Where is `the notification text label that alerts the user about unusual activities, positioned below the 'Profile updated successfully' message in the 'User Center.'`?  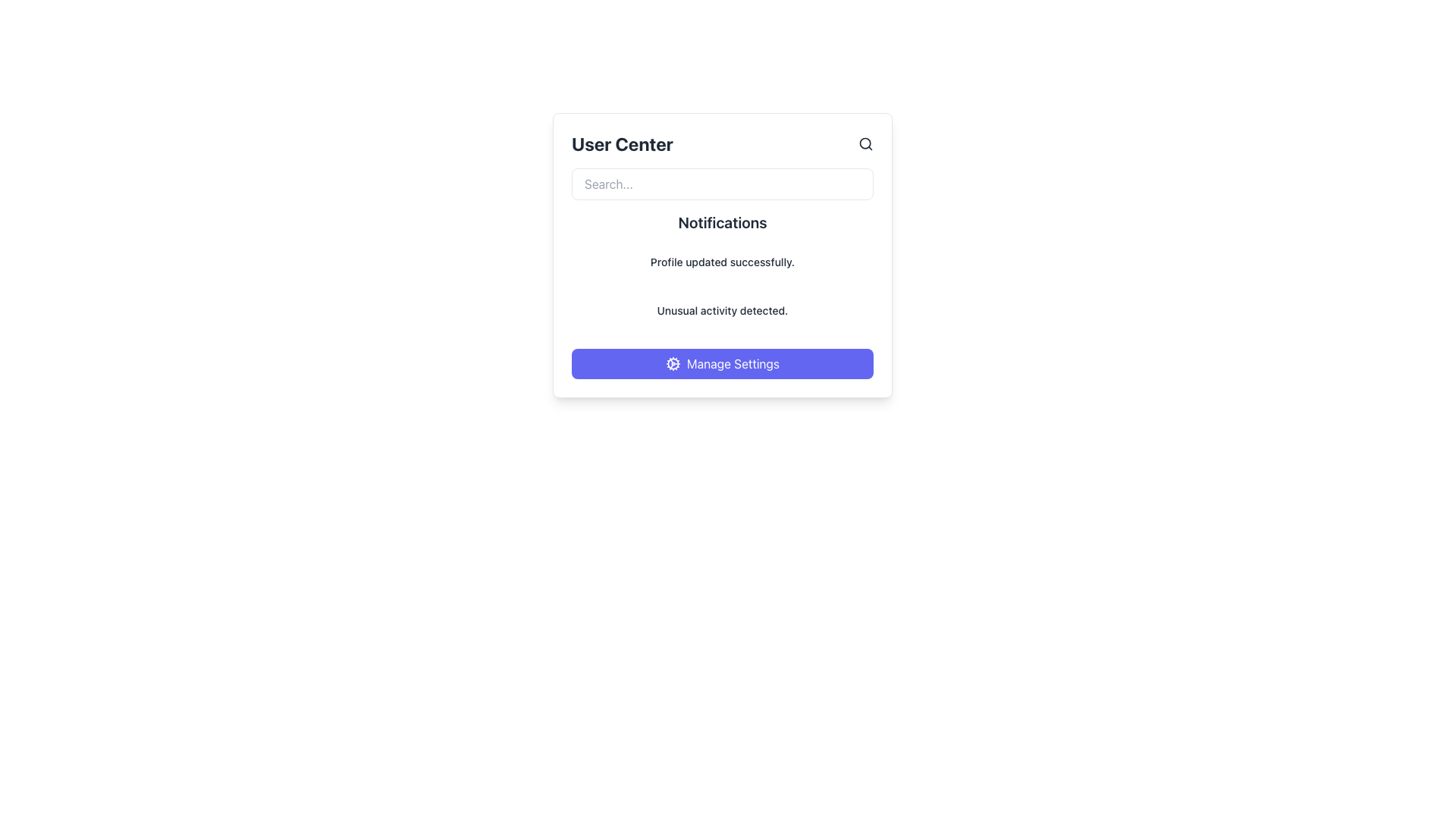
the notification text label that alerts the user about unusual activities, positioned below the 'Profile updated successfully' message in the 'User Center.' is located at coordinates (722, 309).